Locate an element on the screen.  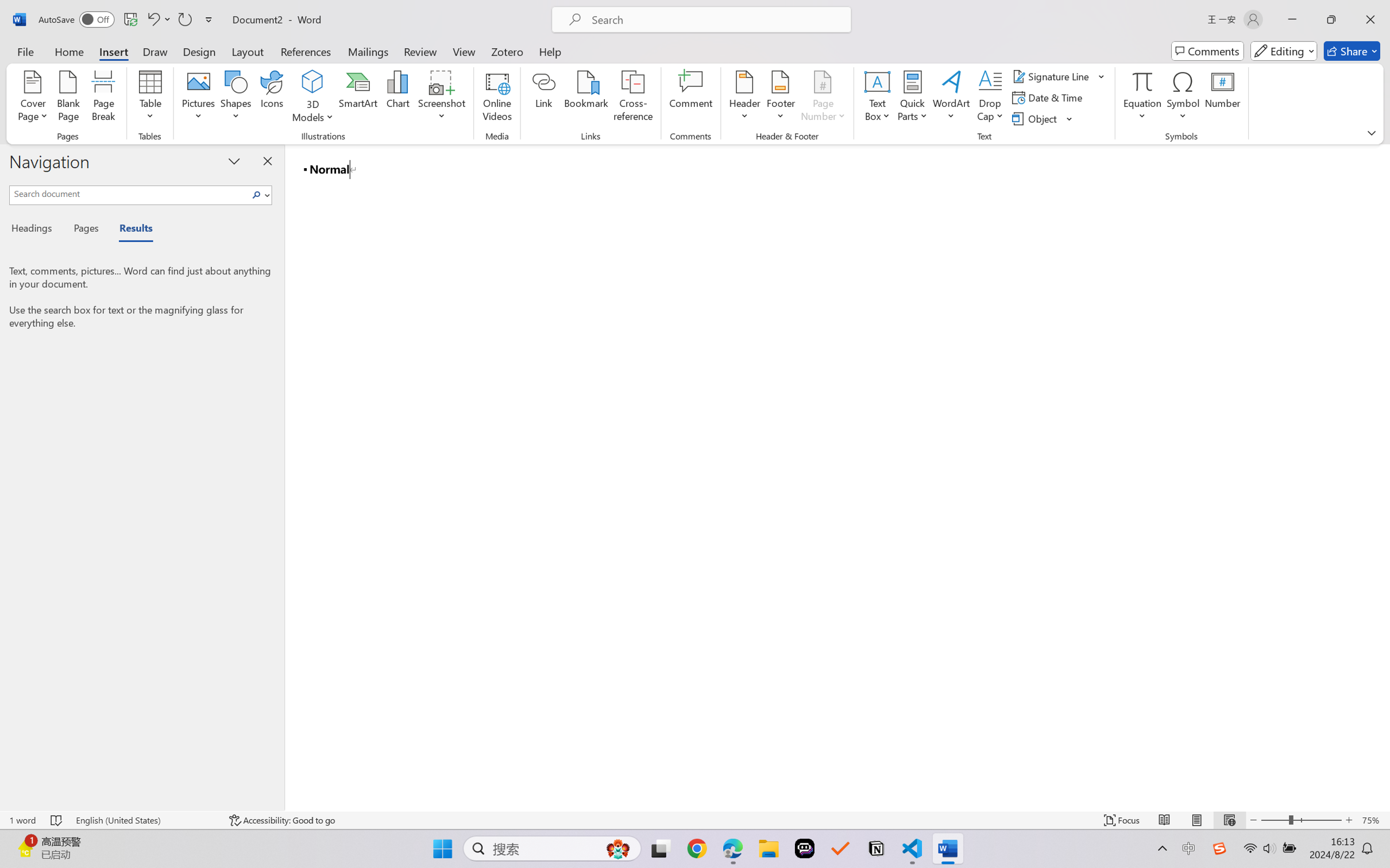
'Page Break' is located at coordinates (103, 98).